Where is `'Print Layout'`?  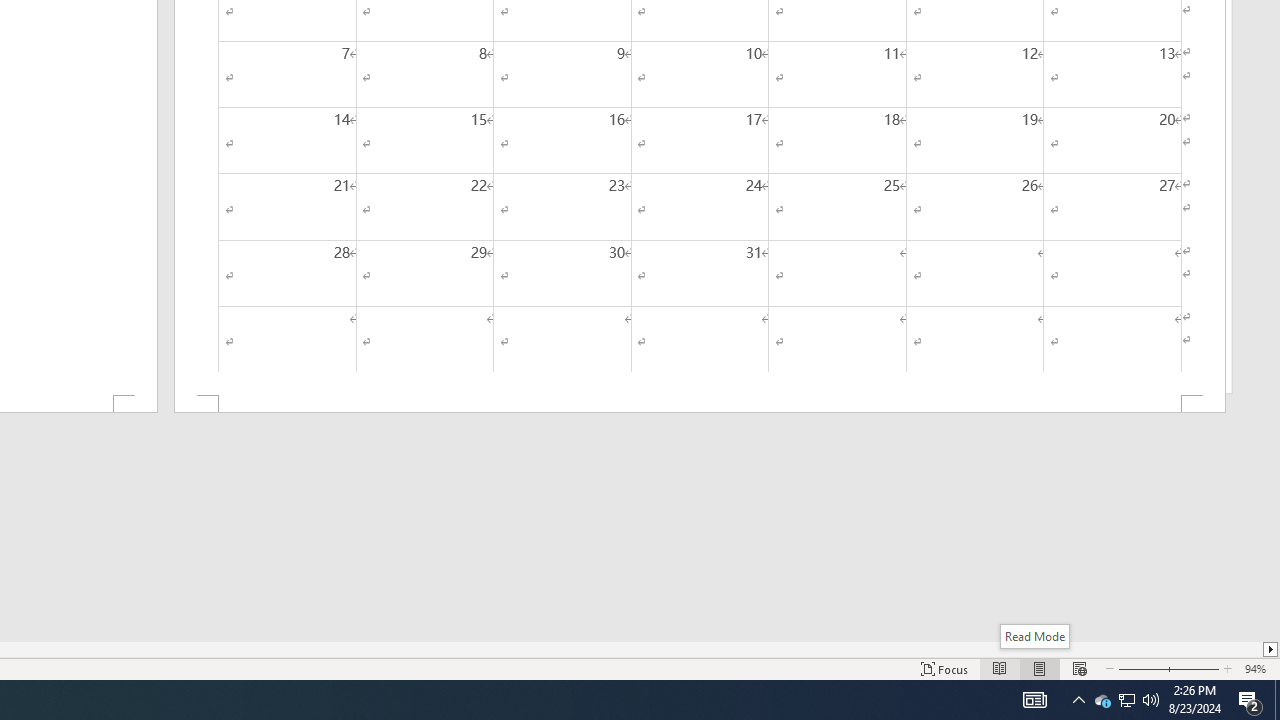
'Print Layout' is located at coordinates (1040, 669).